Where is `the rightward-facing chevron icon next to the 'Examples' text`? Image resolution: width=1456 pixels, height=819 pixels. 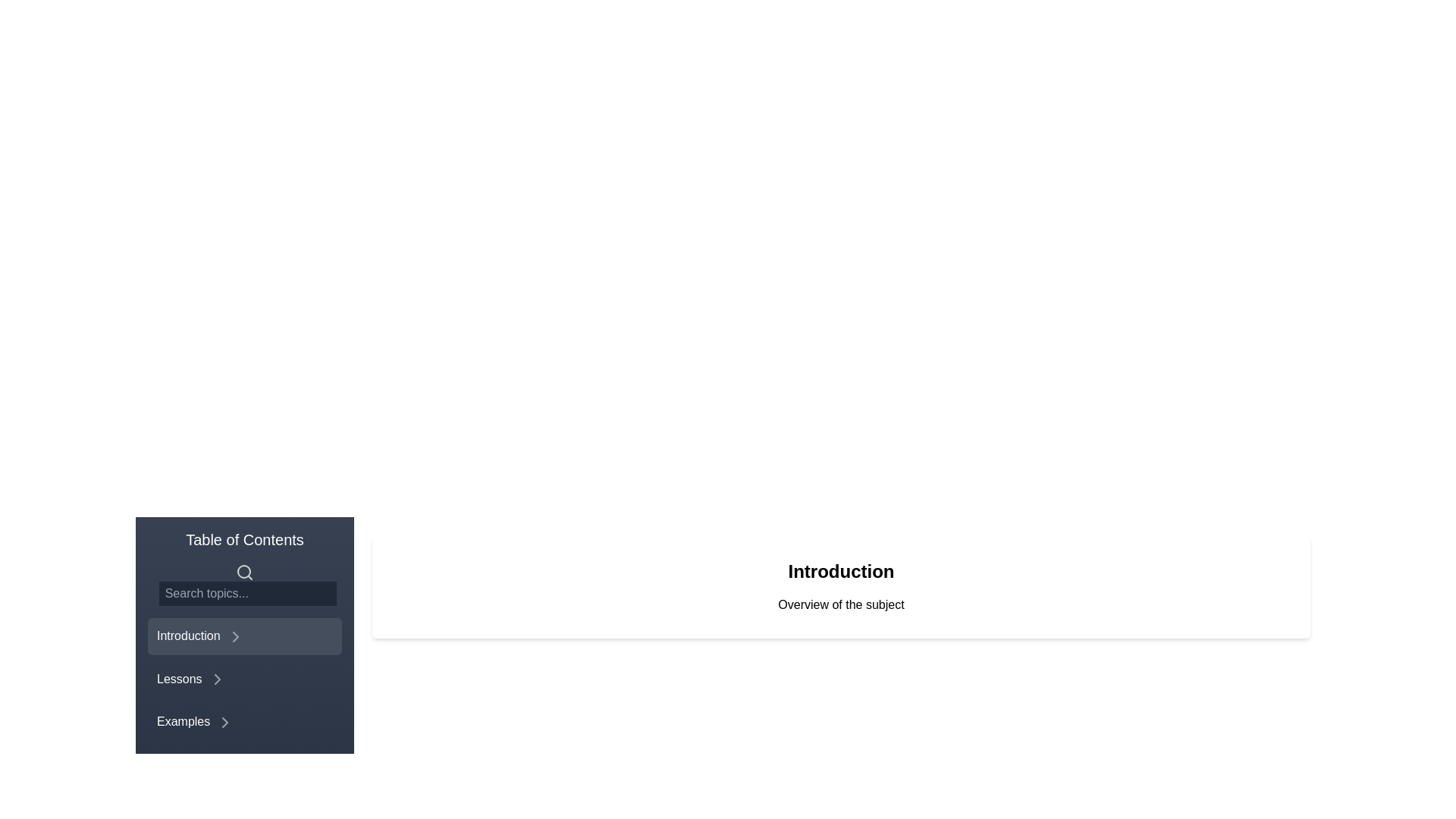 the rightward-facing chevron icon next to the 'Examples' text is located at coordinates (224, 722).